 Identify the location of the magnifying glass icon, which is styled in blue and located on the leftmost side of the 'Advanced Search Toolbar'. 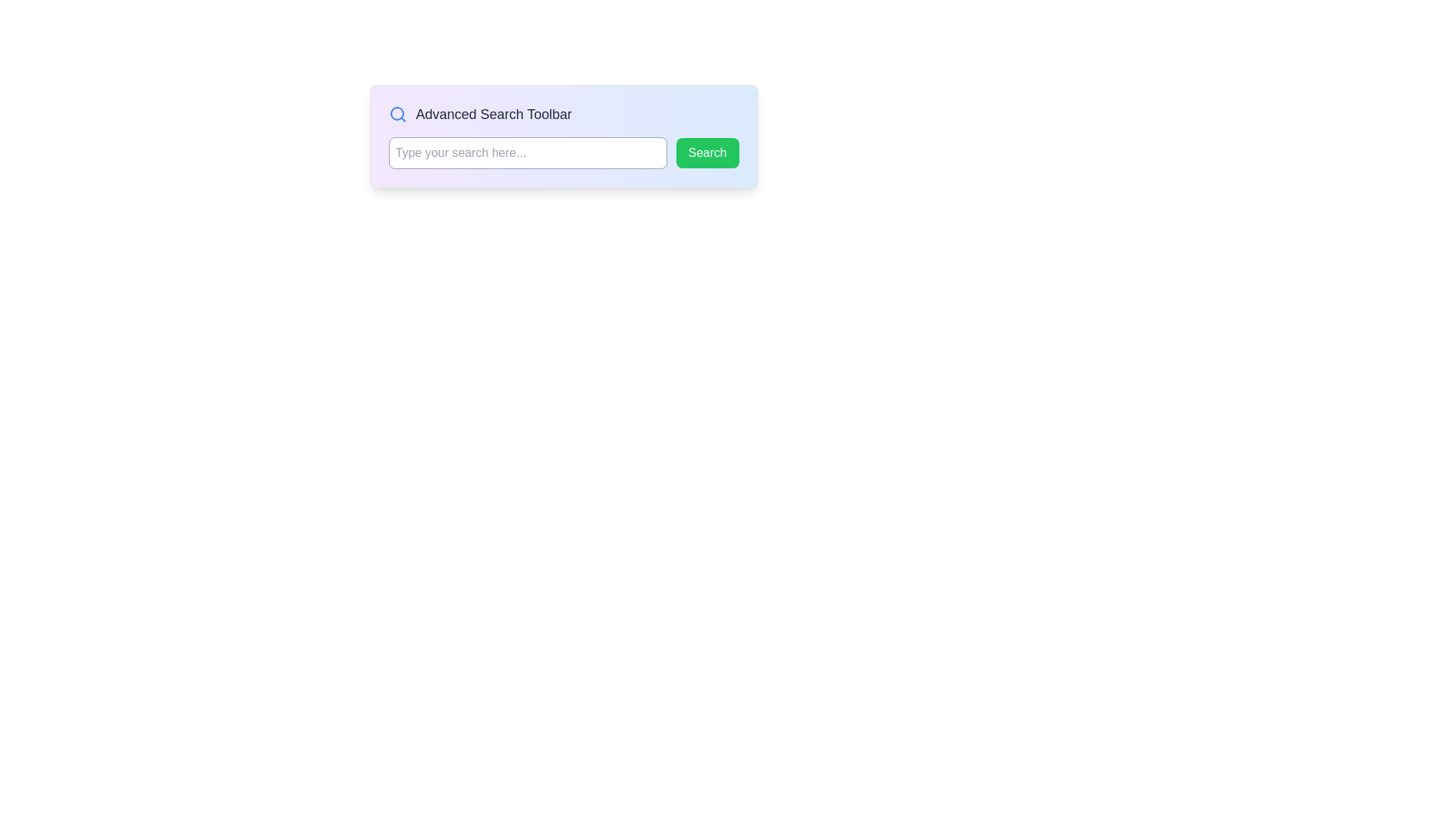
(397, 113).